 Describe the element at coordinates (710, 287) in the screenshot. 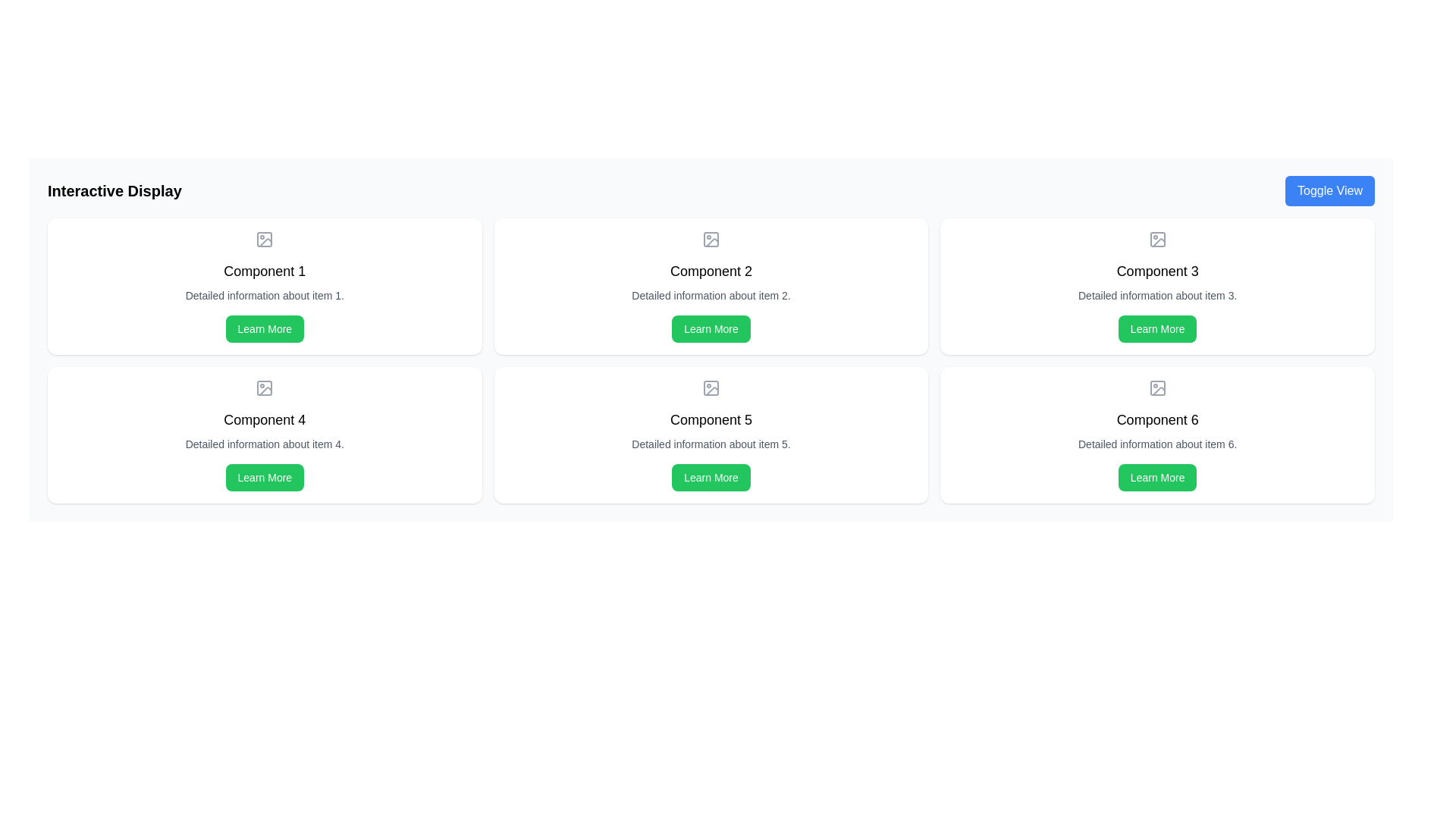

I see `detailed view of the Display card for 'Component 2' by focusing on the icon and text located at the center of the card` at that location.